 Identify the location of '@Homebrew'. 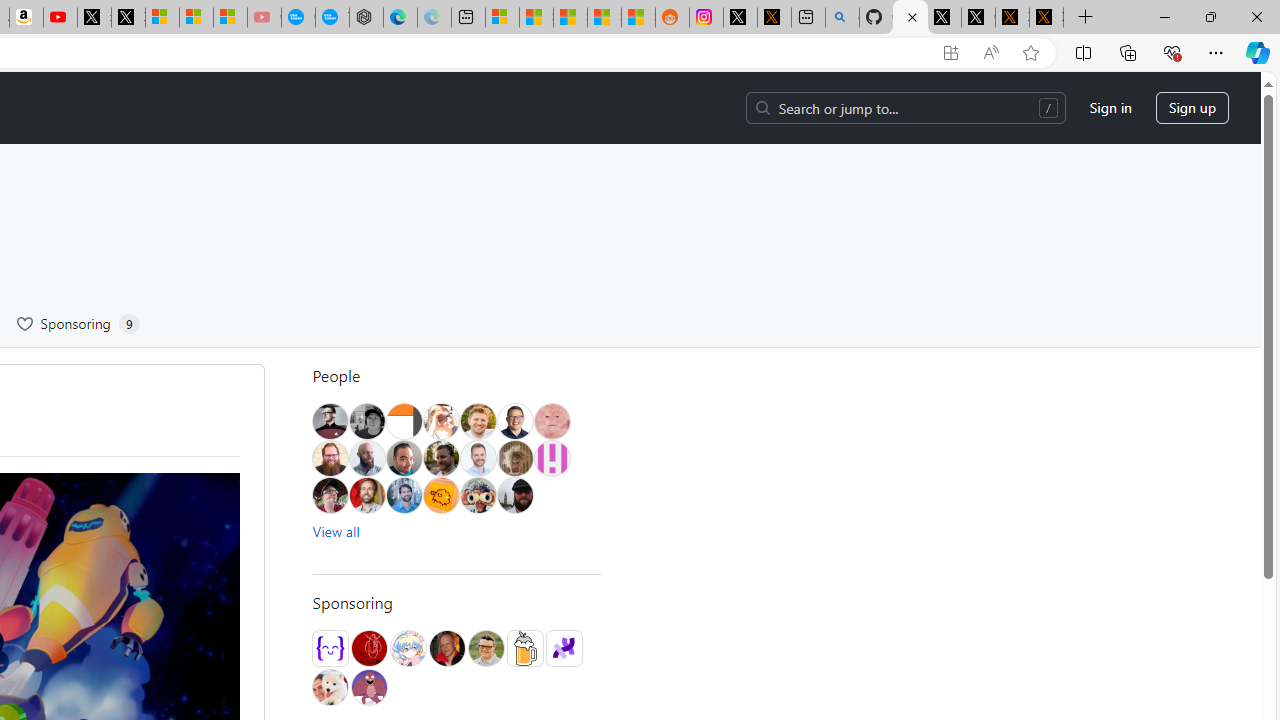
(524, 648).